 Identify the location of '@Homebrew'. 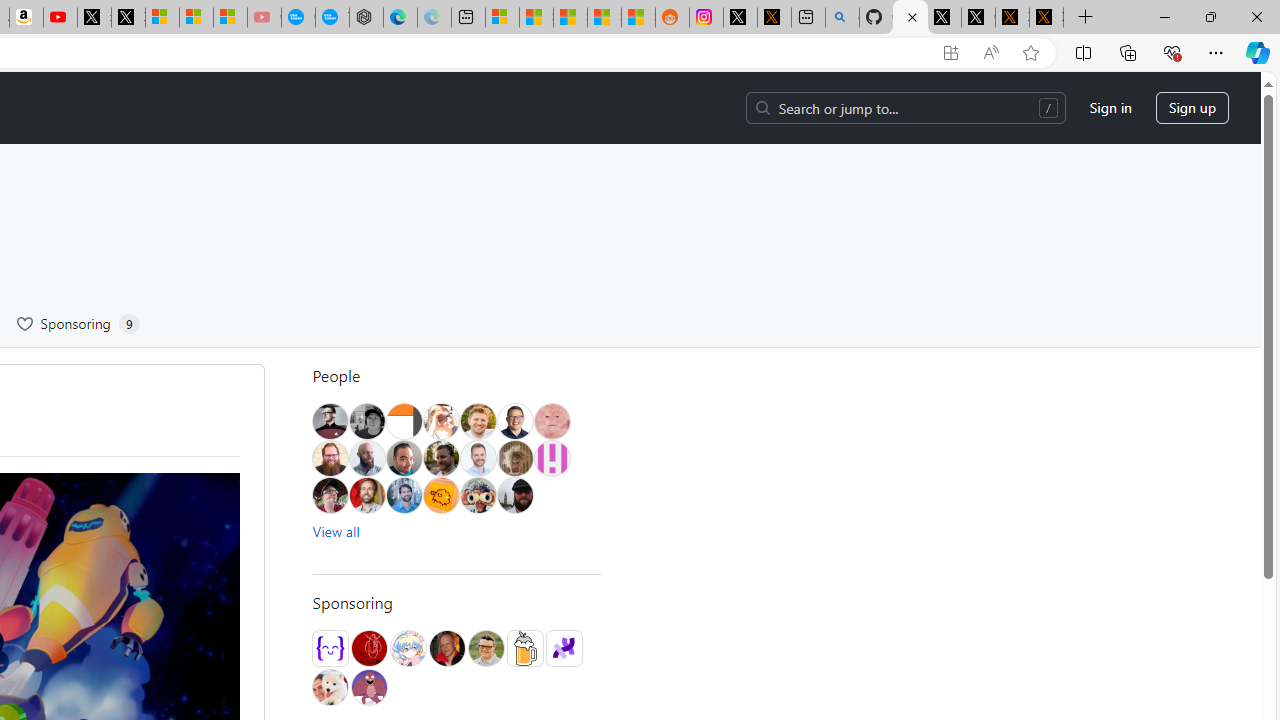
(524, 648).